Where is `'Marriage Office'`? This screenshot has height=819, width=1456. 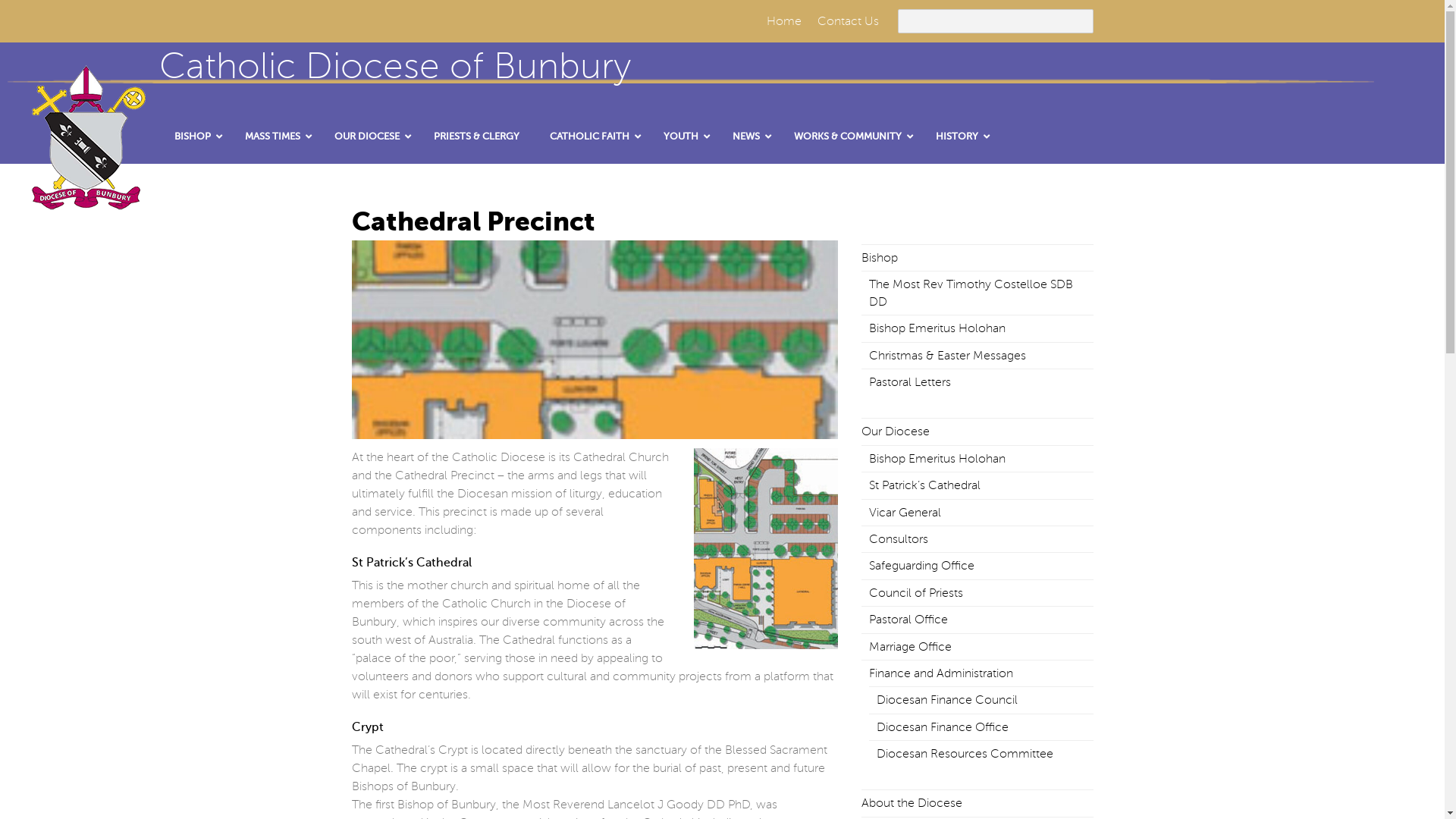
'Marriage Office' is located at coordinates (910, 646).